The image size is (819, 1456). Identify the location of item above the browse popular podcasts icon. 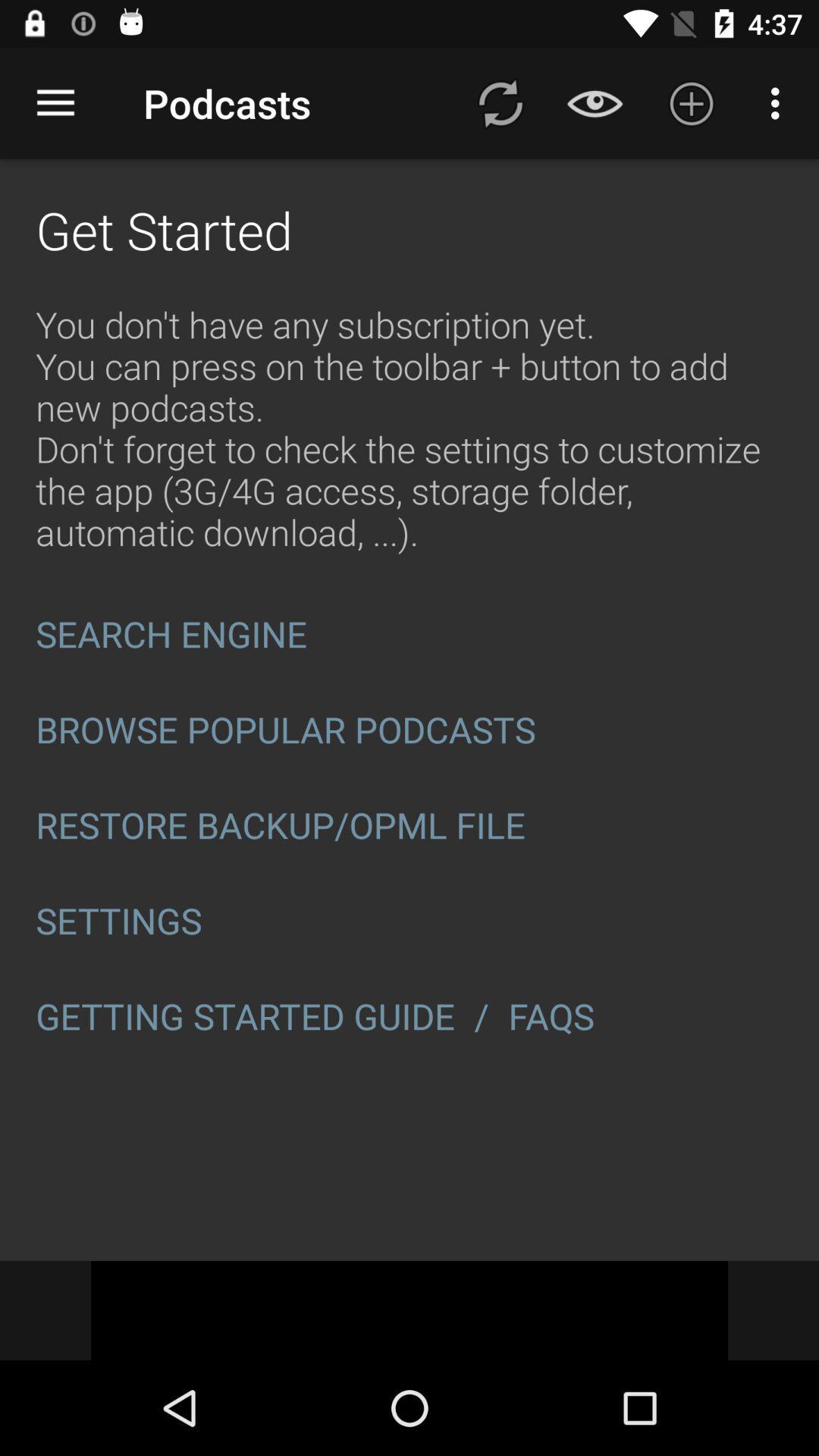
(409, 634).